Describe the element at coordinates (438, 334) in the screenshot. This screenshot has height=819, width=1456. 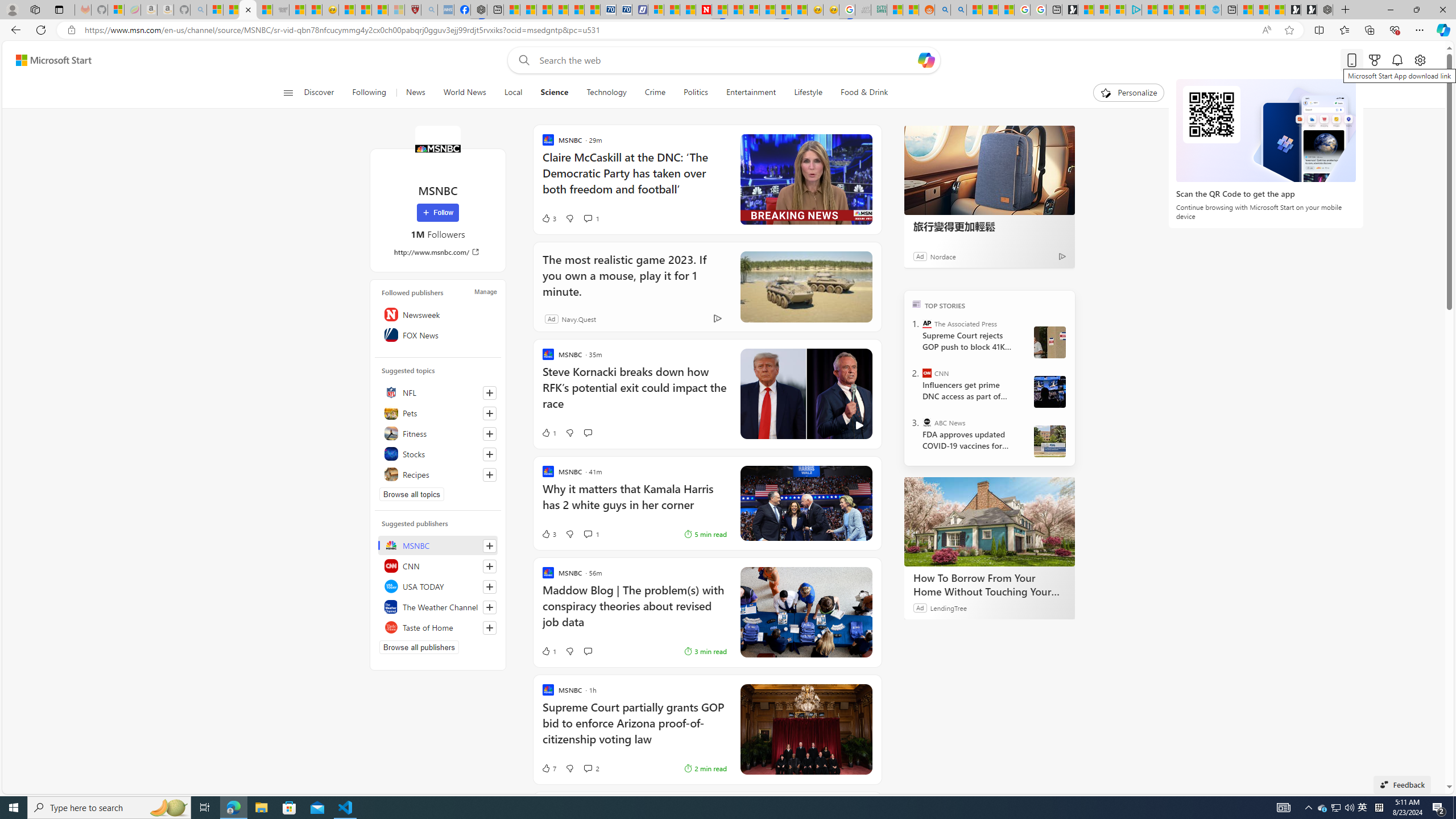
I see `'FOX News'` at that location.